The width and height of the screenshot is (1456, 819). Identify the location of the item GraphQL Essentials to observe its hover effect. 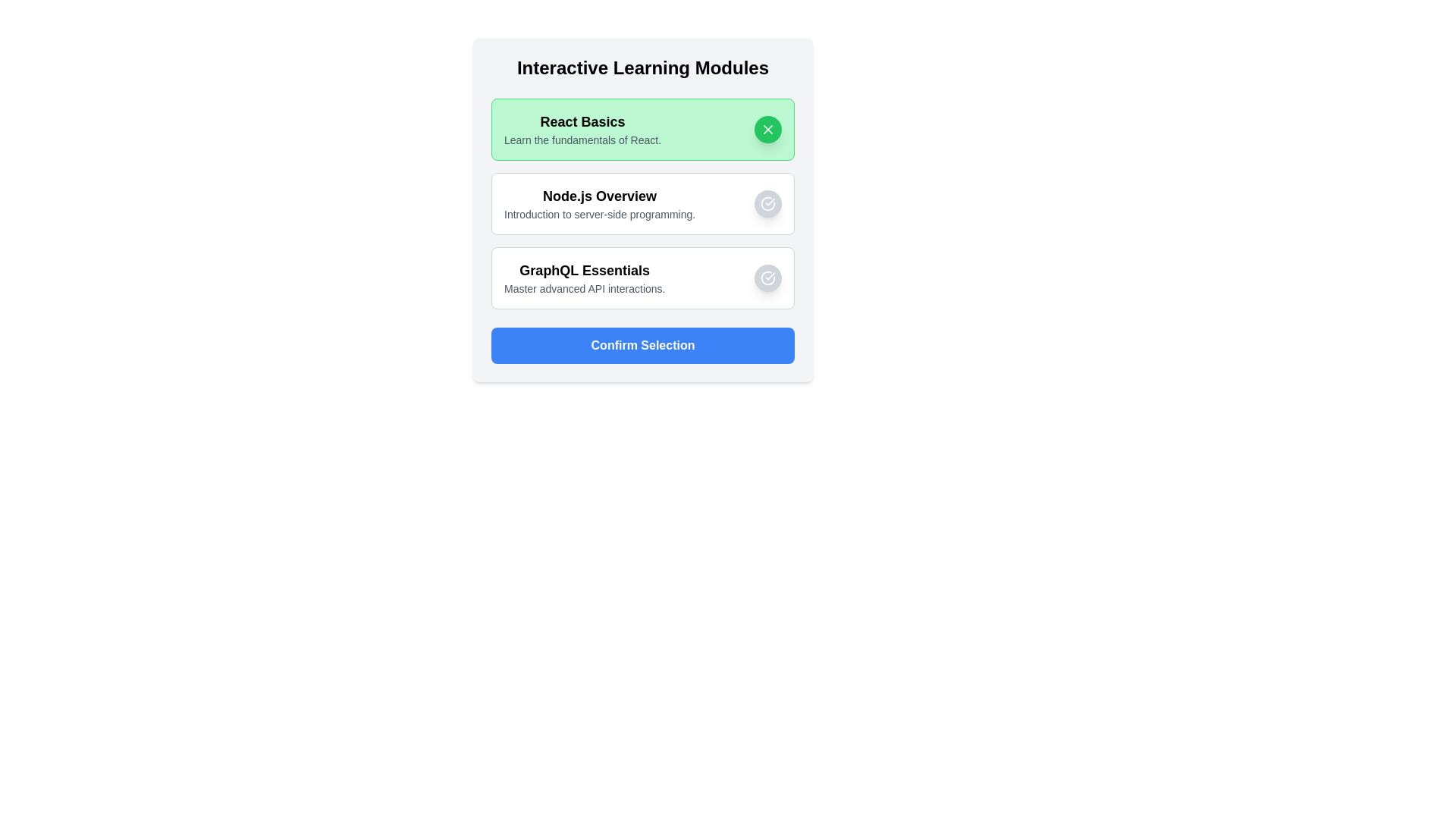
(643, 278).